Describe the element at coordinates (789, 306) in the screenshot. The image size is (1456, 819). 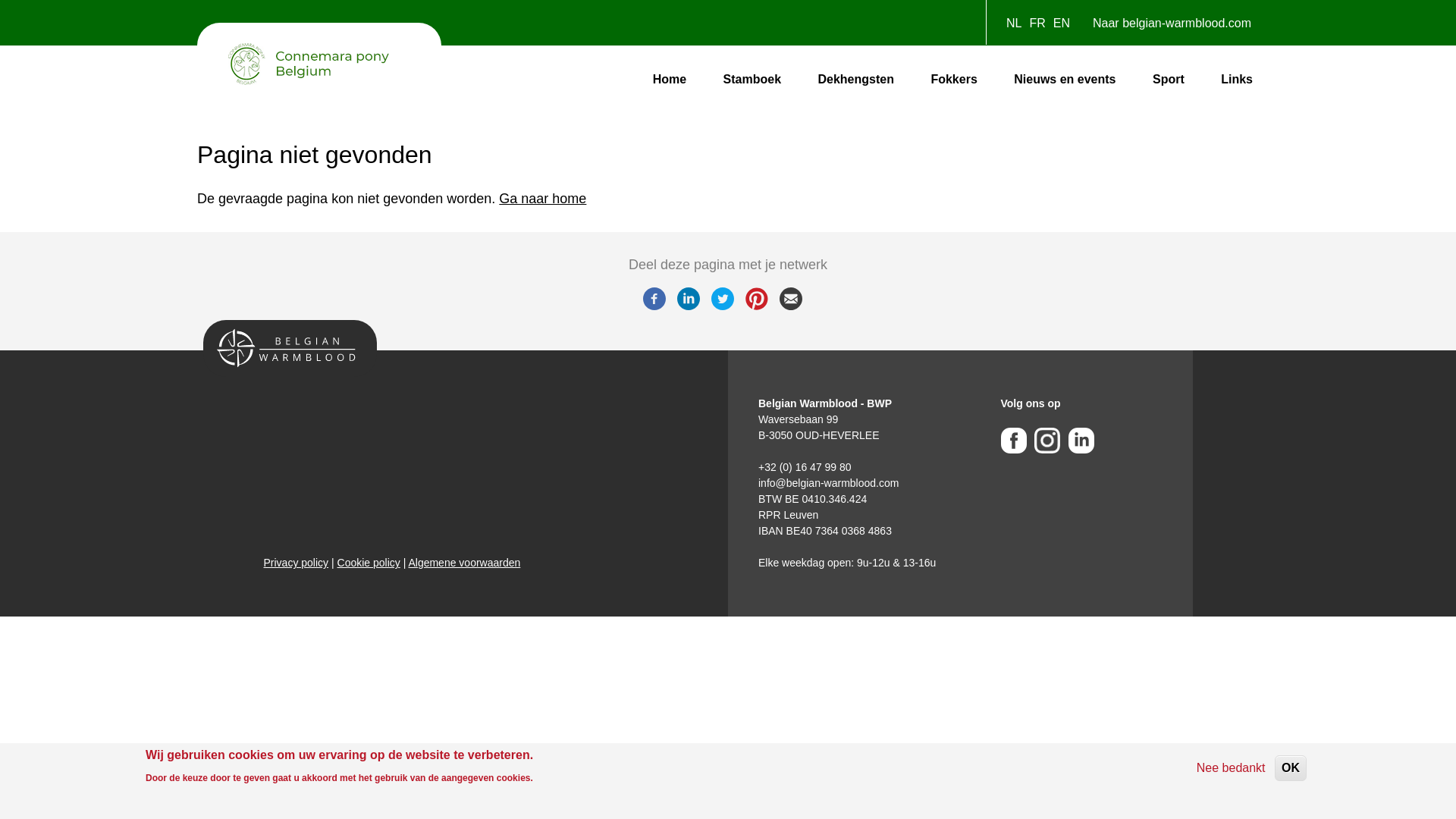
I see `'Email'` at that location.